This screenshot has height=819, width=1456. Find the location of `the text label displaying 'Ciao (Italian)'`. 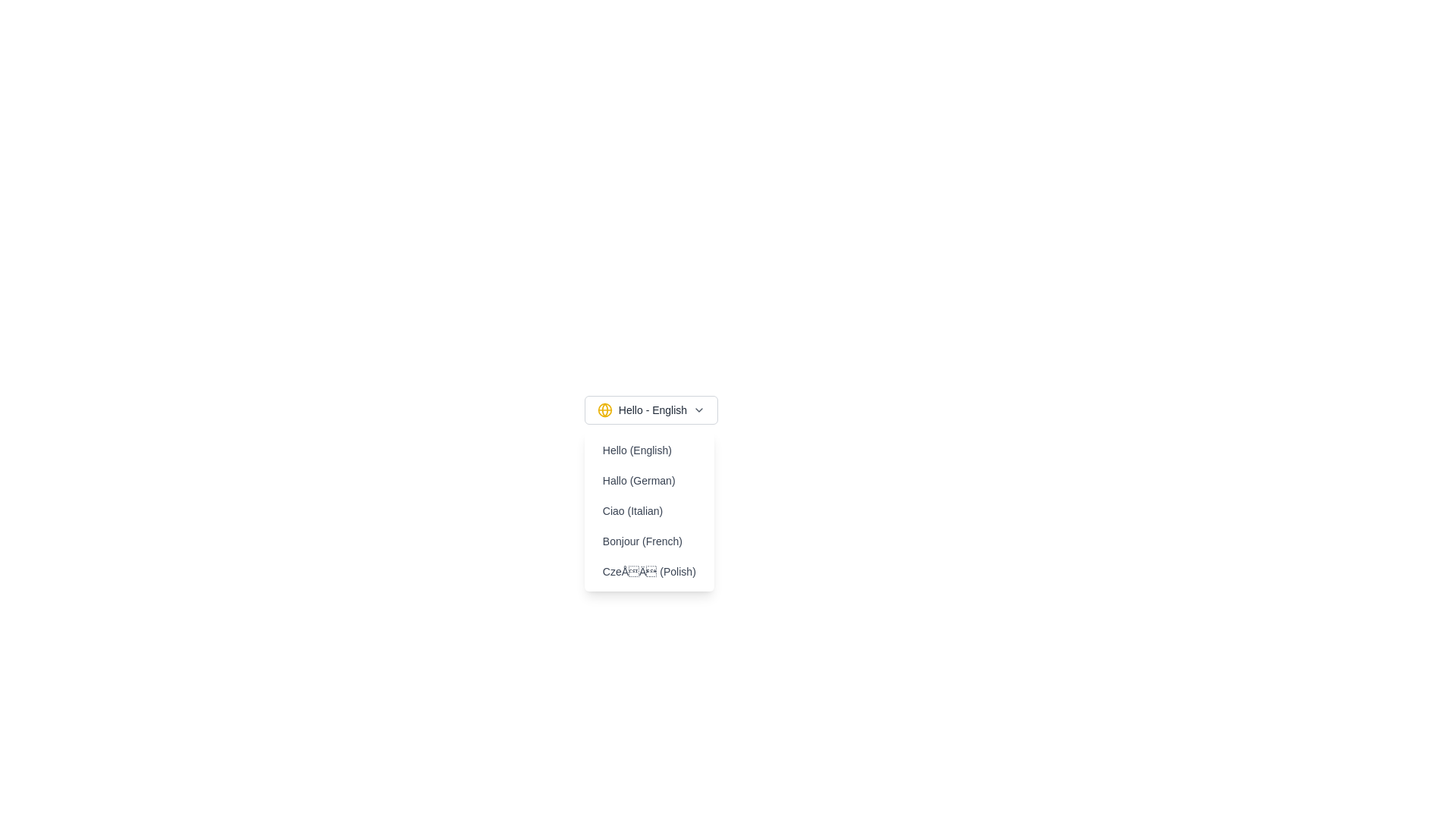

the text label displaying 'Ciao (Italian)' is located at coordinates (649, 511).